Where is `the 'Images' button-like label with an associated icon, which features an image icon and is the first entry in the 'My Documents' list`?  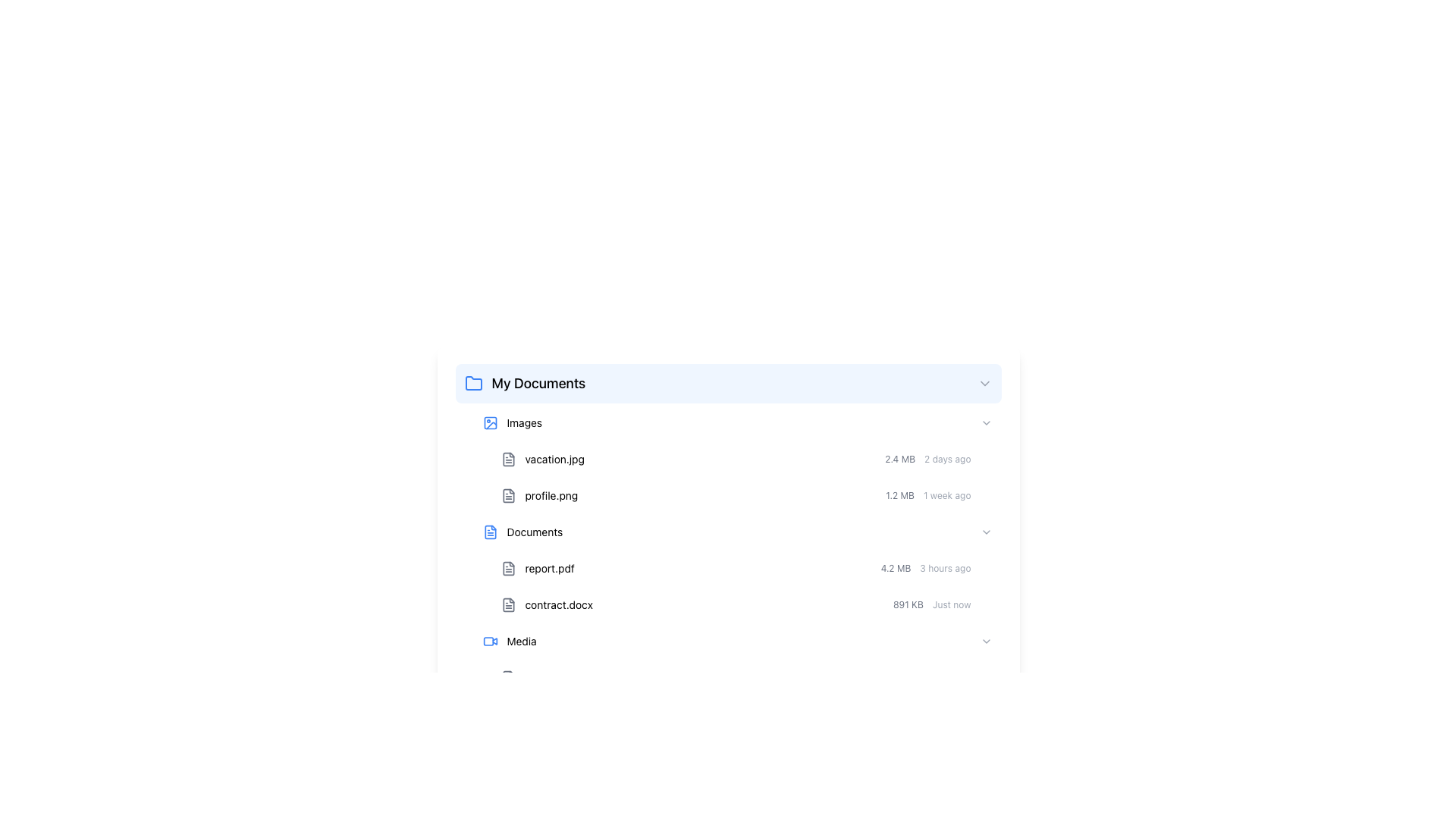
the 'Images' button-like label with an associated icon, which features an image icon and is the first entry in the 'My Documents' list is located at coordinates (512, 423).